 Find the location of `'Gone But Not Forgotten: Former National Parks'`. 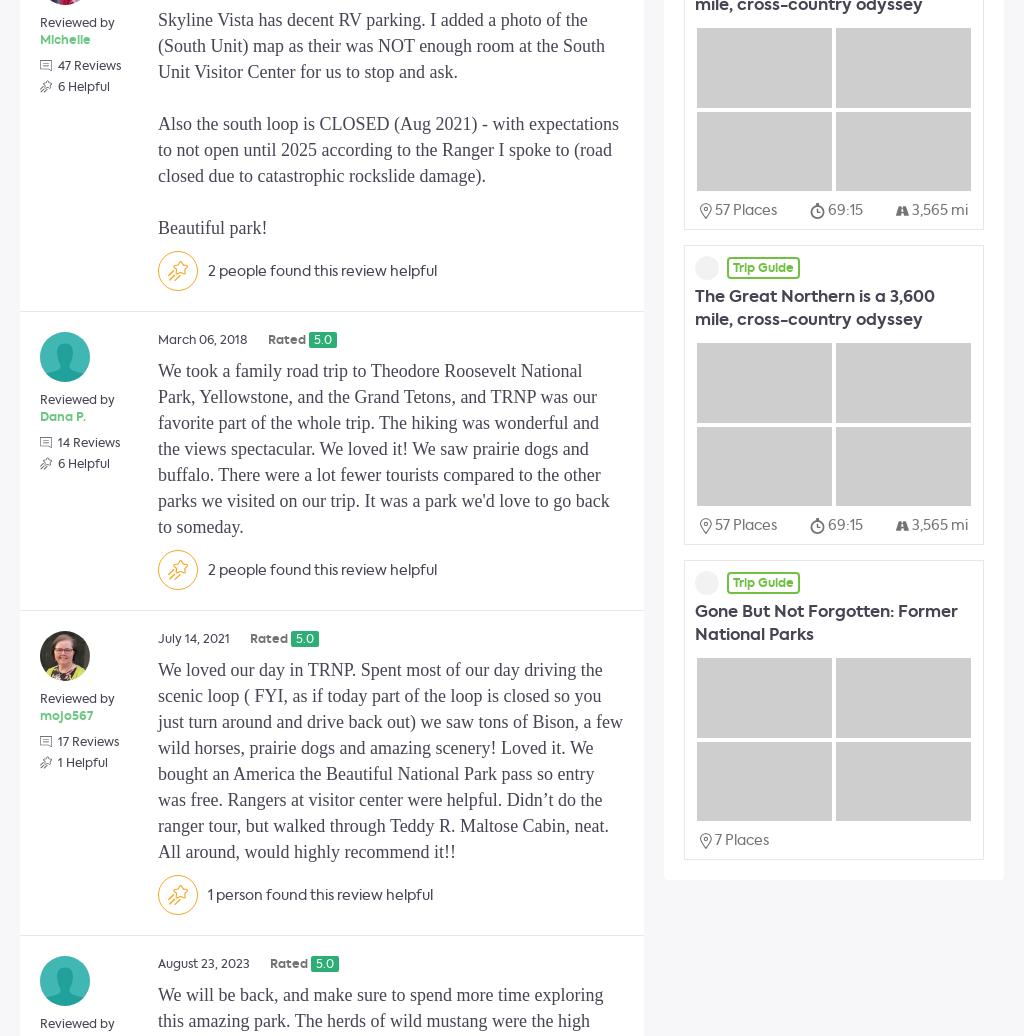

'Gone But Not Forgotten: Former National Parks' is located at coordinates (825, 623).